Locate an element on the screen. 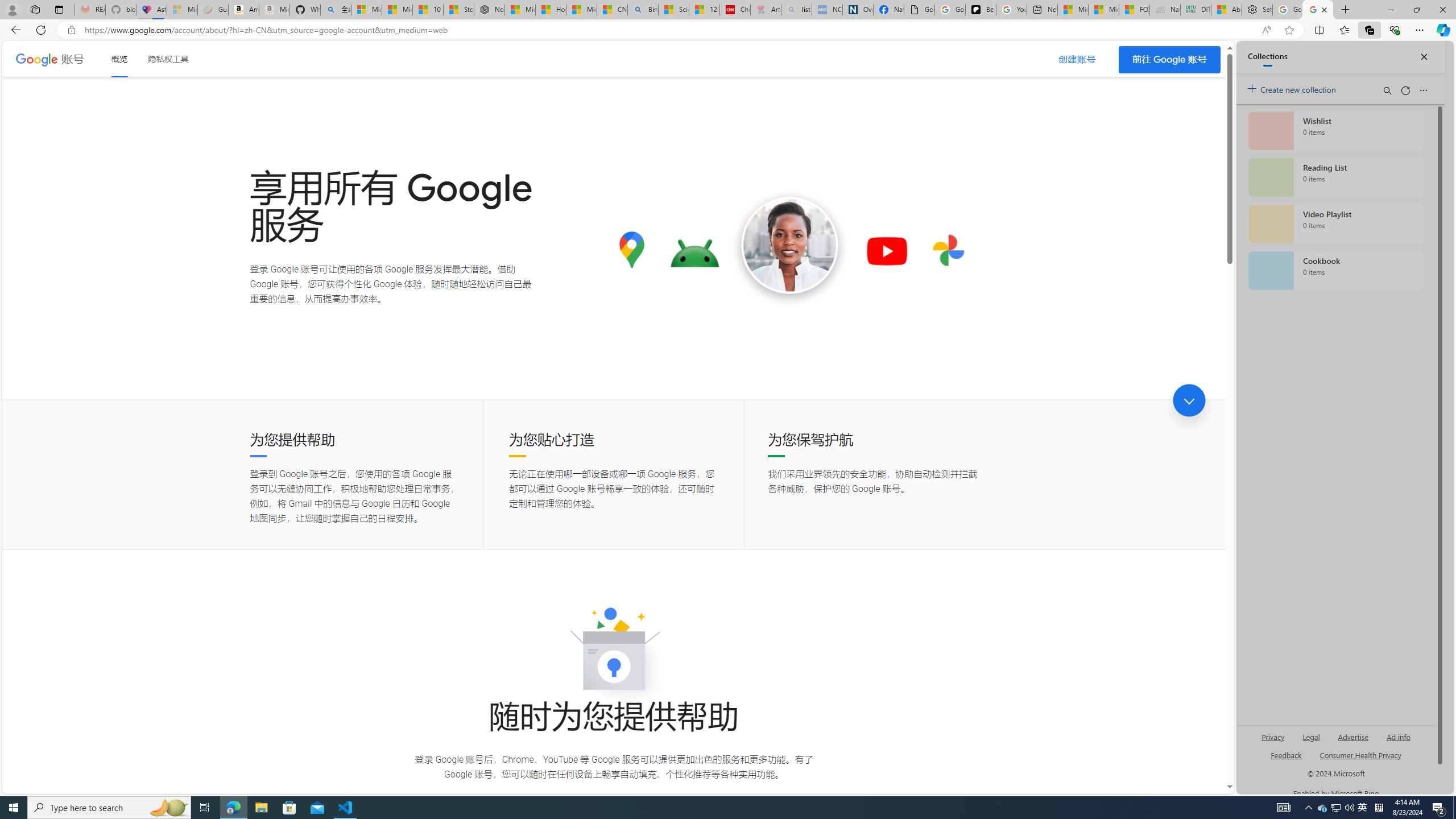 The image size is (1456, 819). 'Stocks - MSN' is located at coordinates (458, 9).